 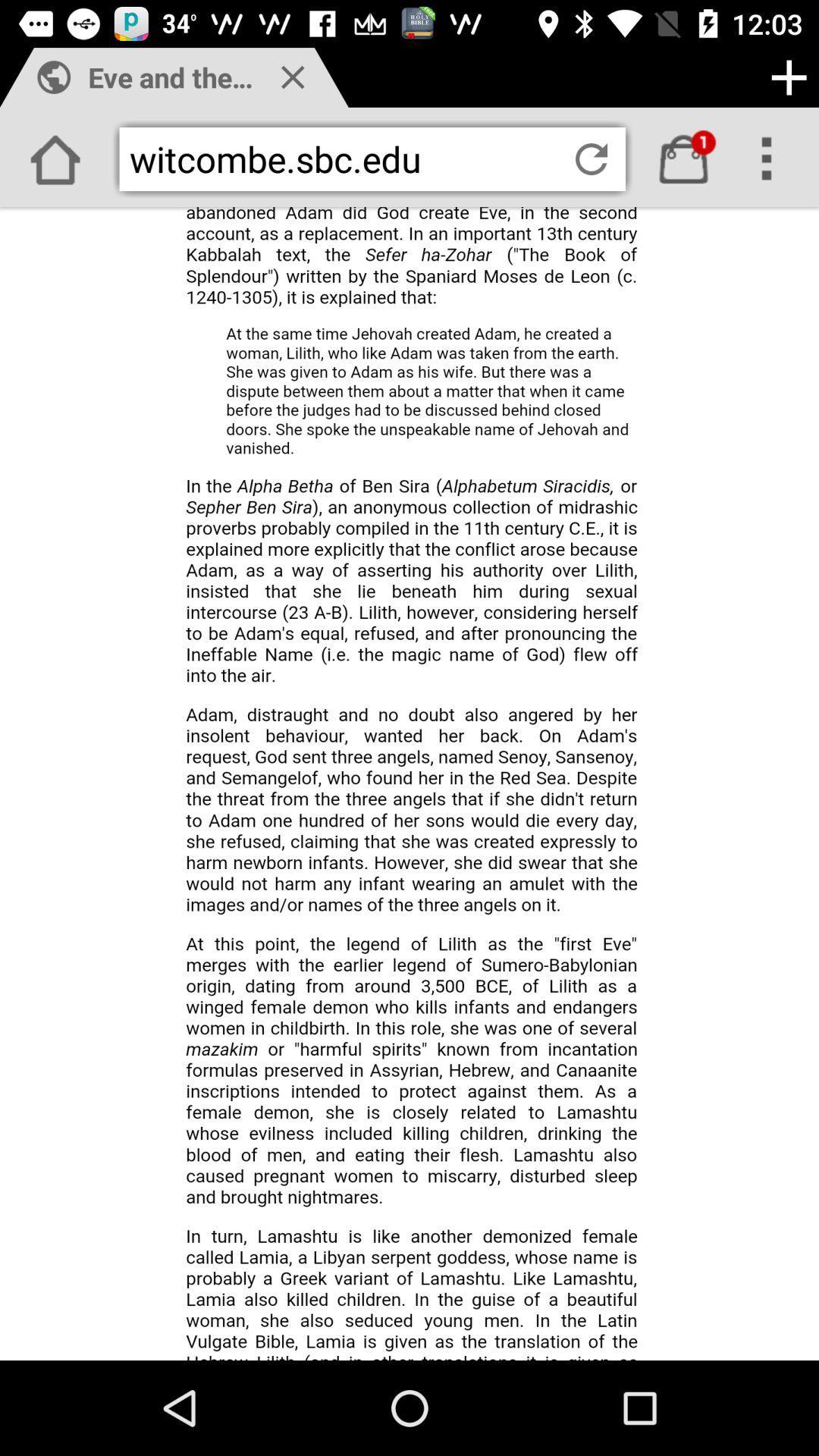 What do you see at coordinates (788, 77) in the screenshot?
I see `open another tab` at bounding box center [788, 77].